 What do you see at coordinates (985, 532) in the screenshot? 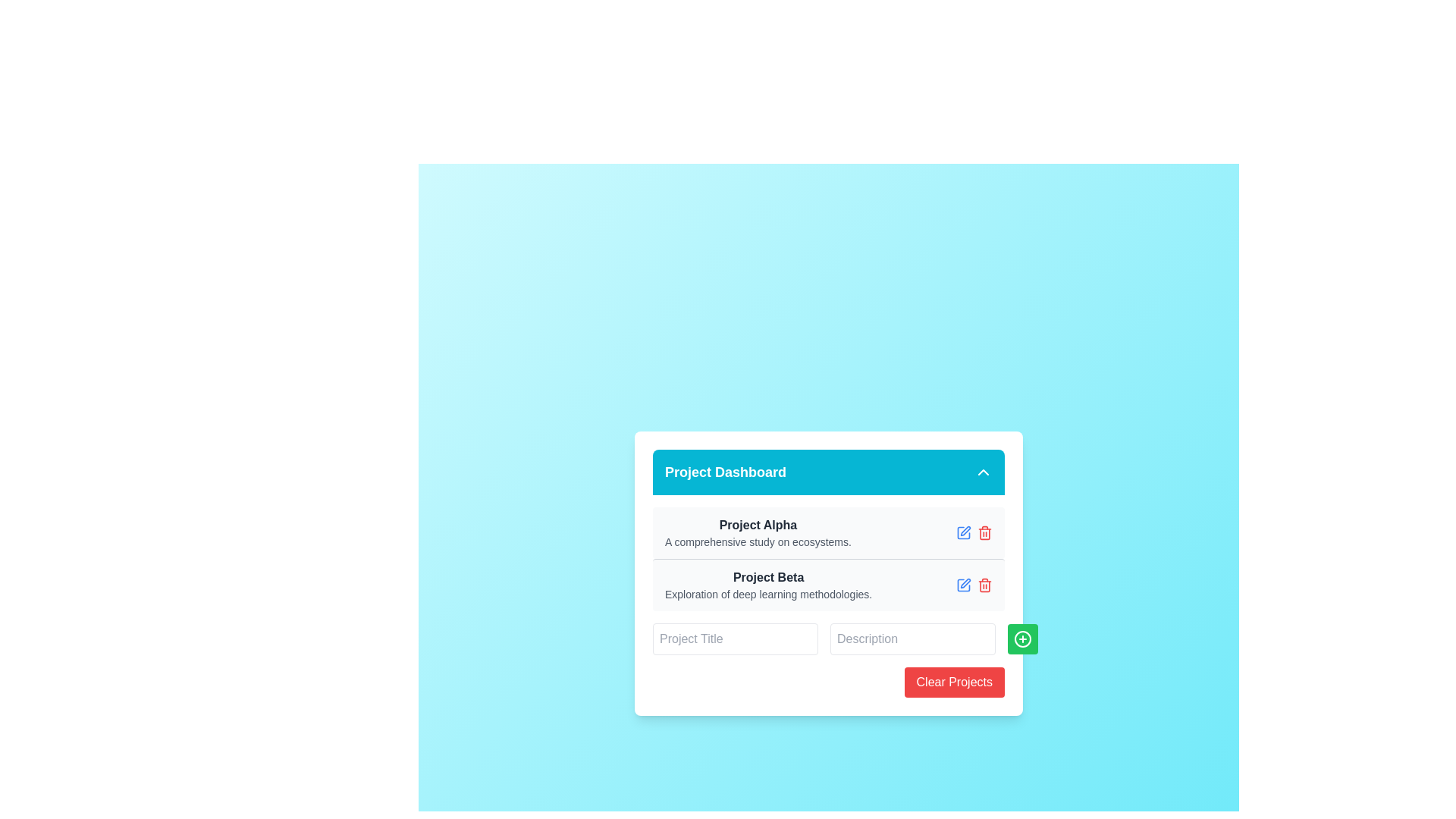
I see `the delete button located to the right of the 'Project Beta' entry in the 'Project Dashboard' interface` at bounding box center [985, 532].